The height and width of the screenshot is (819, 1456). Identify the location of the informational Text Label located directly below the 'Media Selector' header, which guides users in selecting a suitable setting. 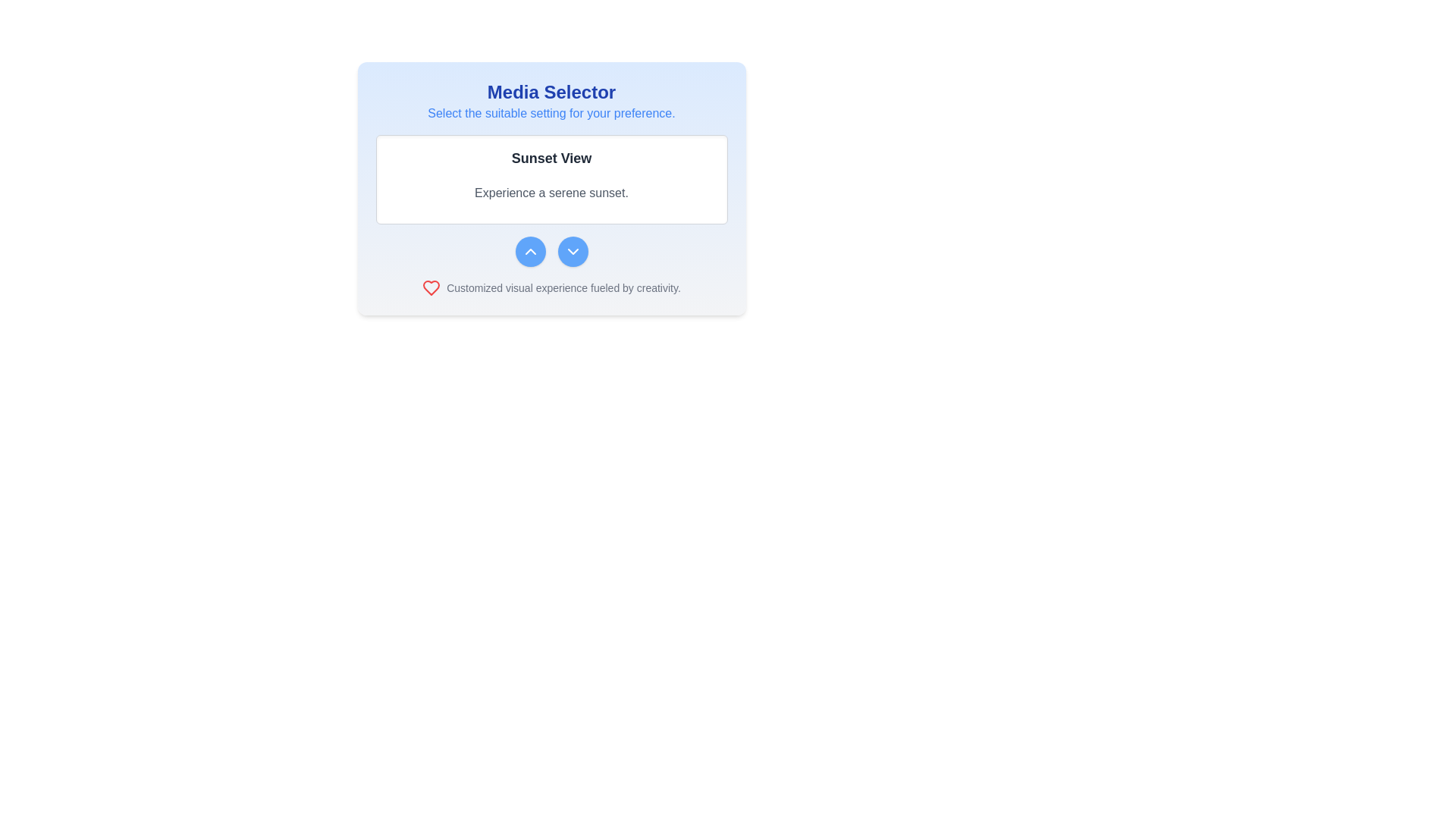
(551, 113).